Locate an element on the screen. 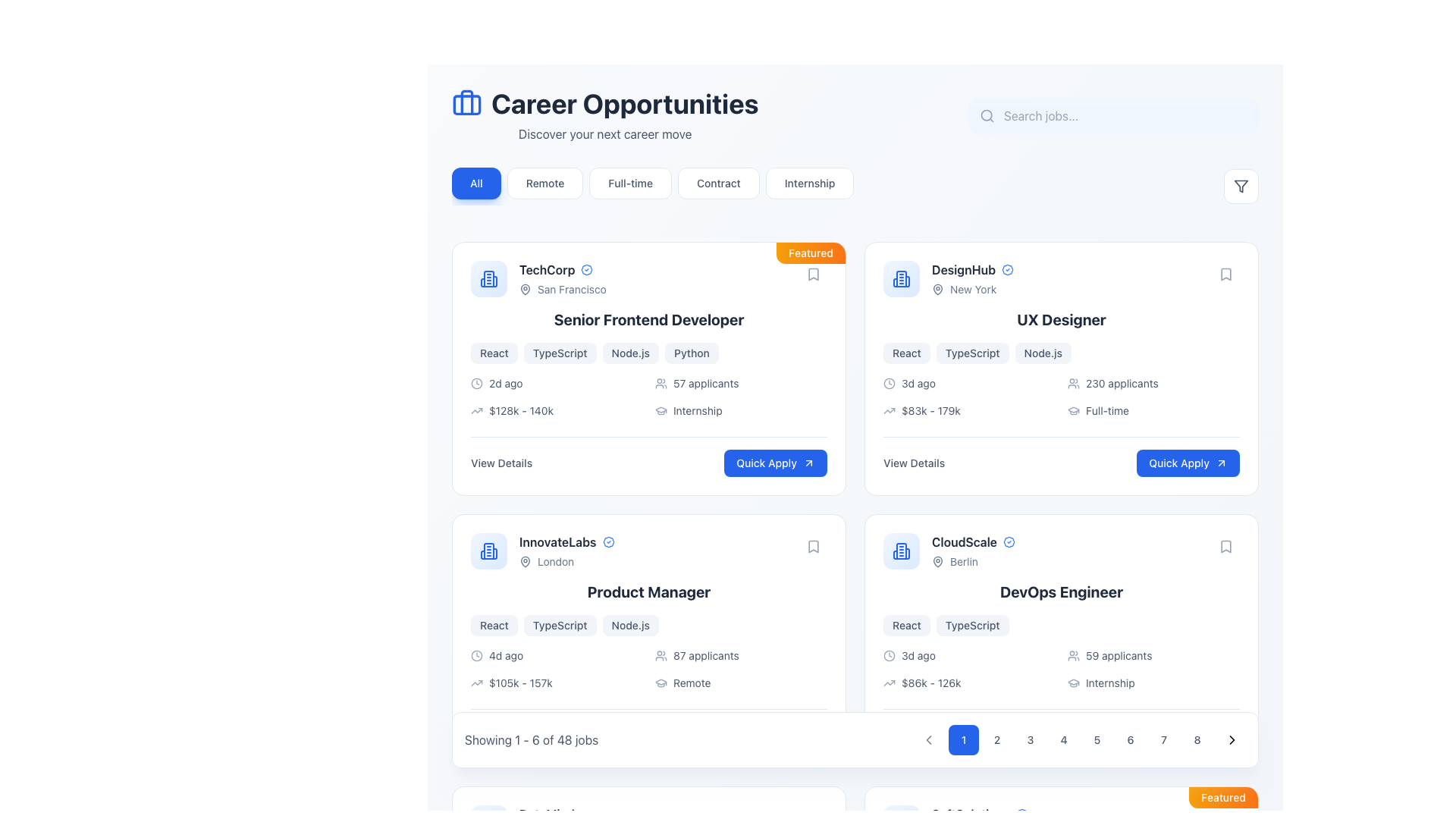 The width and height of the screenshot is (1456, 819). the 'Full-time' tab button is located at coordinates (653, 186).